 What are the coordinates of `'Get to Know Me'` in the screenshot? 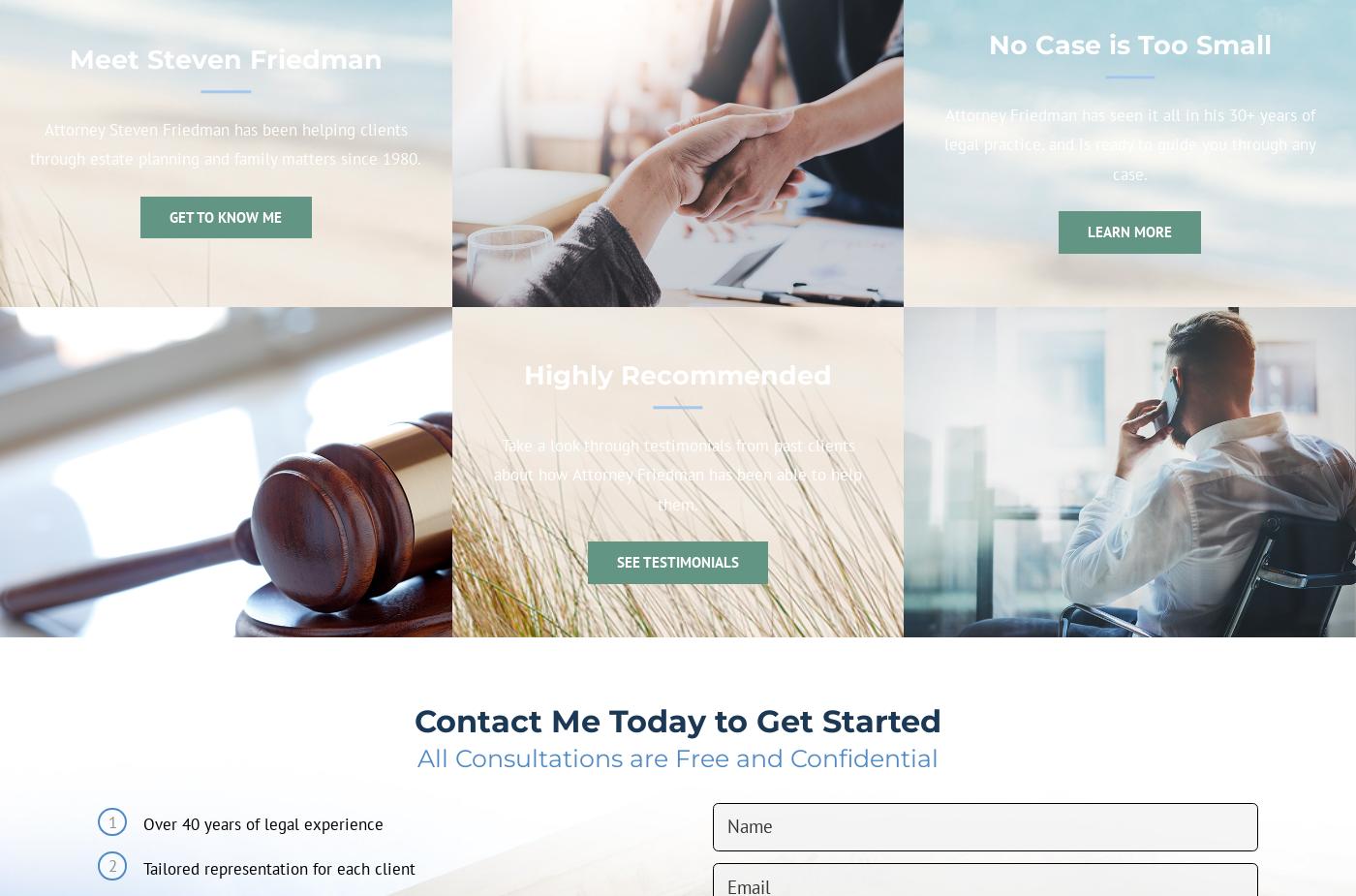 It's located at (224, 215).